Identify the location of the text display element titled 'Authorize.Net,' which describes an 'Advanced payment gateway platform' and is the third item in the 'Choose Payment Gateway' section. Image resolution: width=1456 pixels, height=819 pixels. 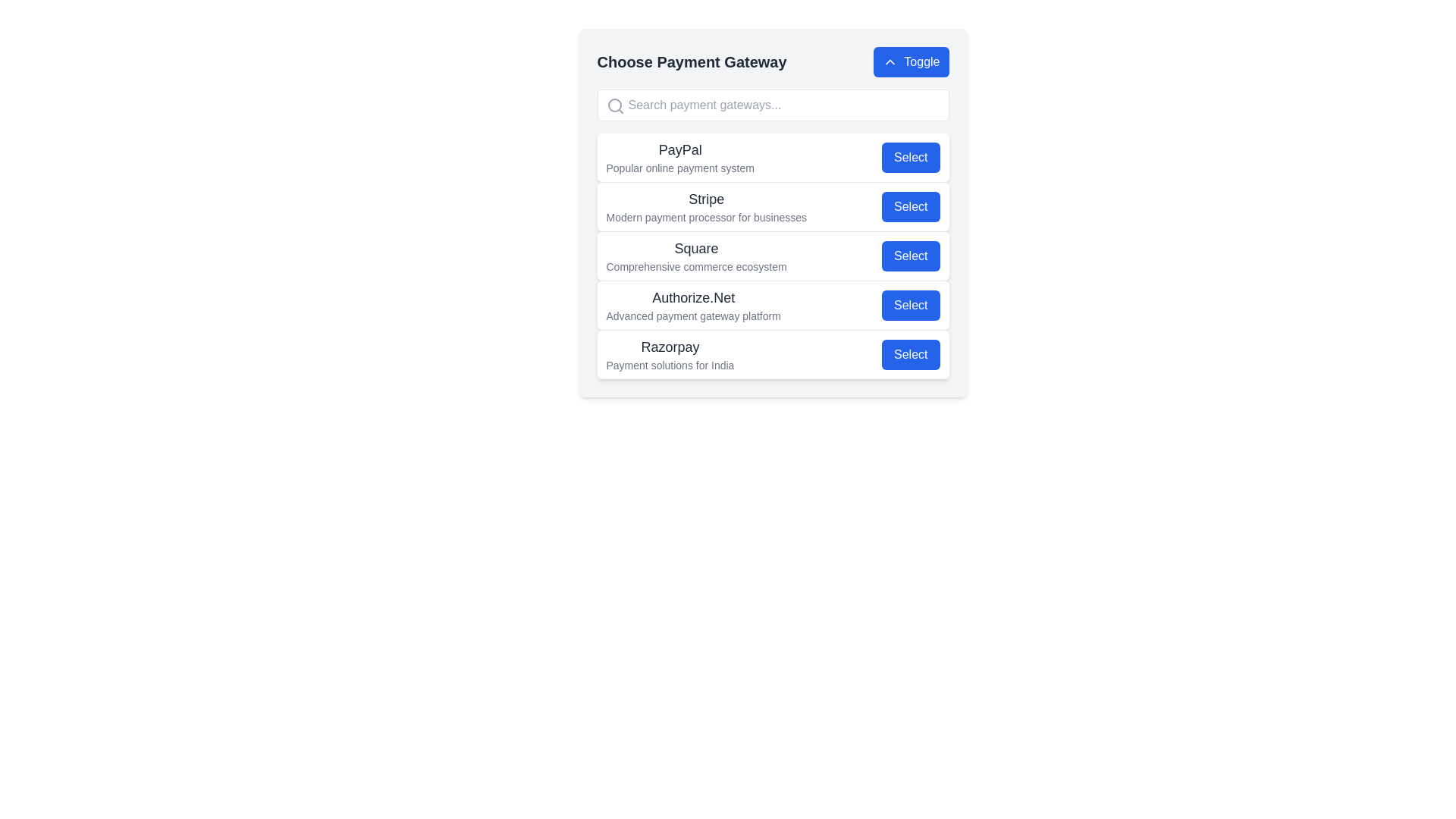
(692, 305).